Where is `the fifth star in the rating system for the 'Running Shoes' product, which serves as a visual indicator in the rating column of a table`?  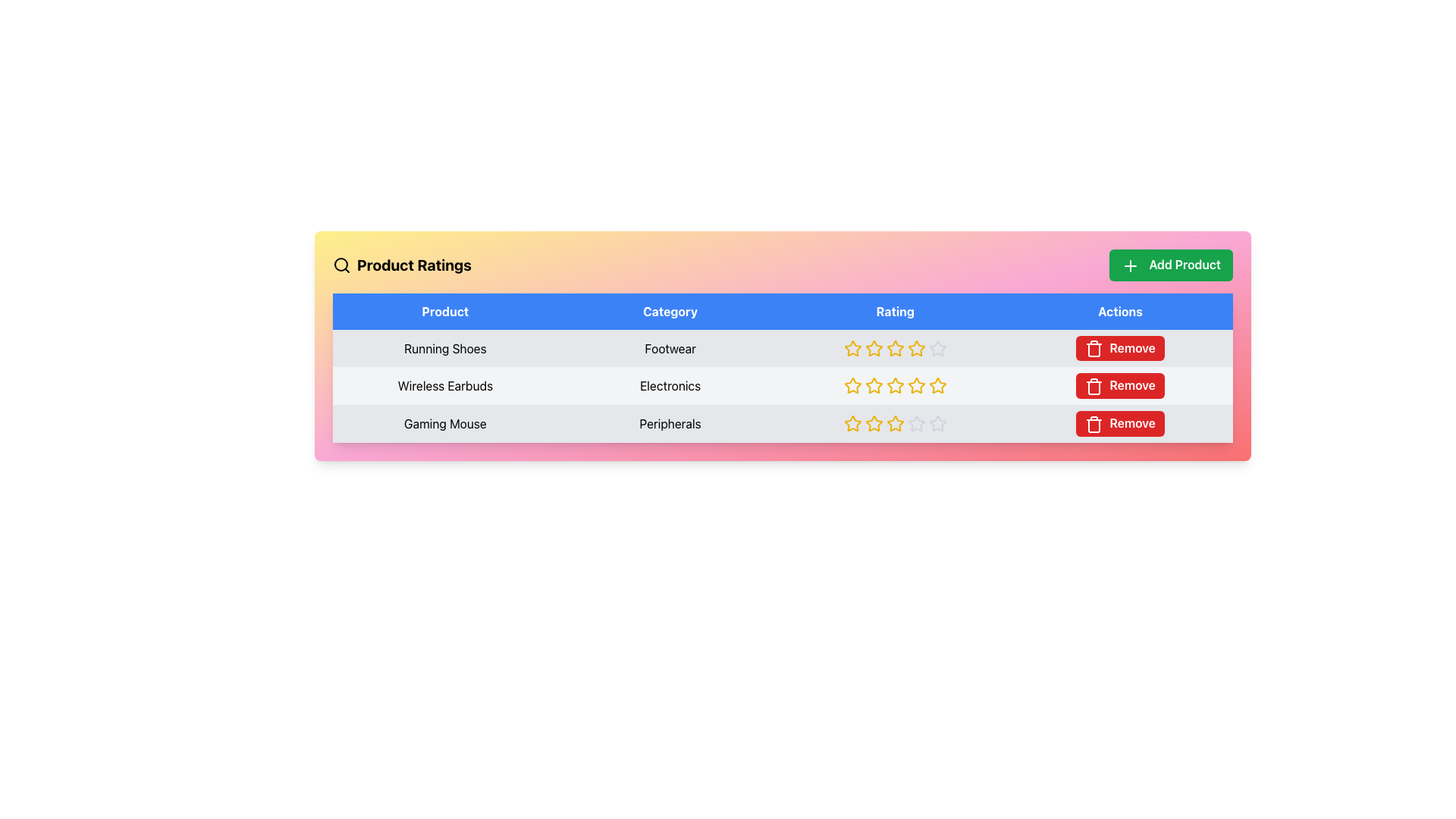 the fifth star in the rating system for the 'Running Shoes' product, which serves as a visual indicator in the rating column of a table is located at coordinates (915, 348).